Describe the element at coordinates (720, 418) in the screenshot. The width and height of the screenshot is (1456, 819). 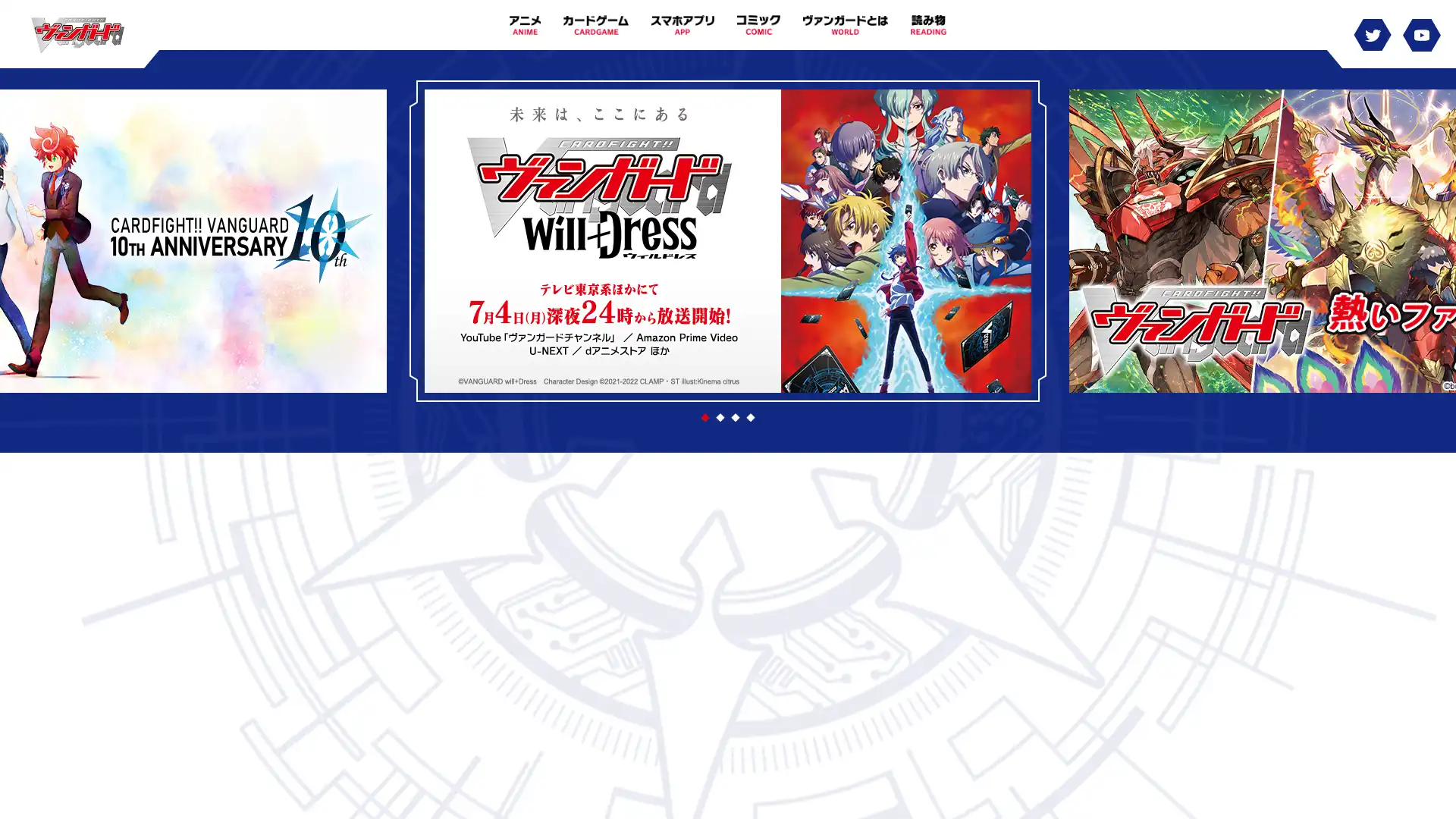
I see `Go to slide 2` at that location.